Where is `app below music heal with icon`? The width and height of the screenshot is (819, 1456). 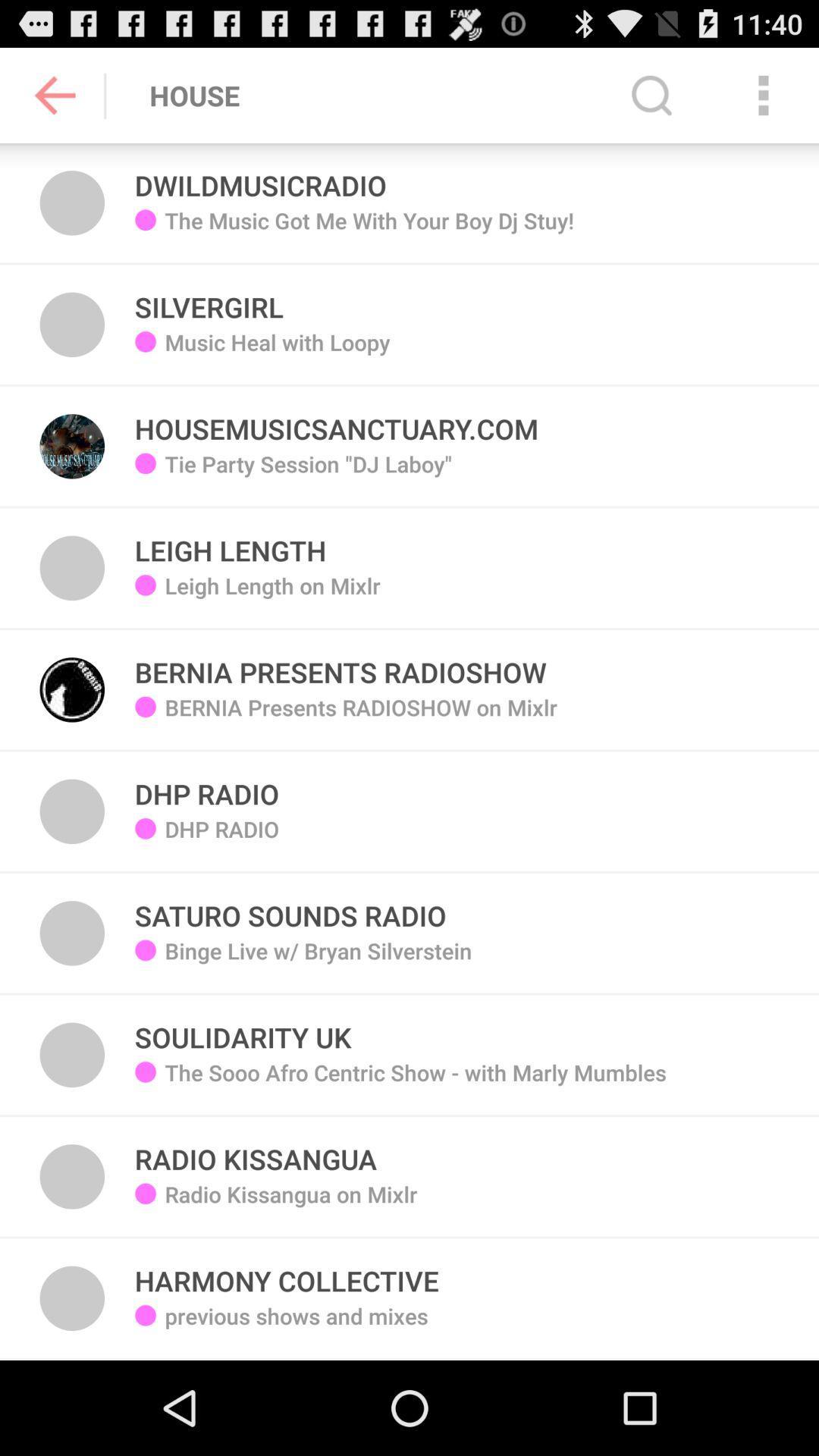 app below music heal with icon is located at coordinates (307, 475).